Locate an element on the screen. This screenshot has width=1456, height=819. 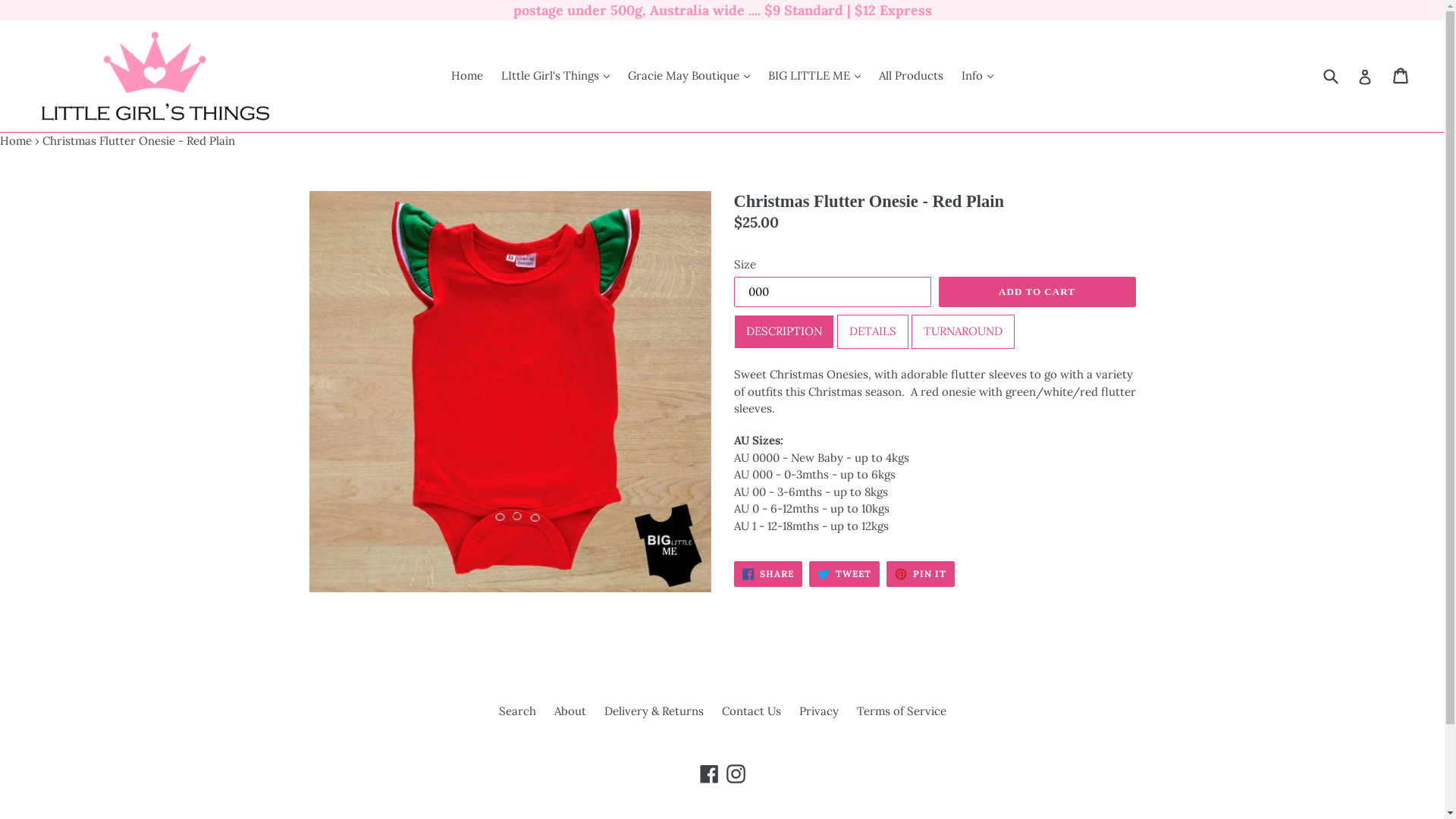
'All Products' is located at coordinates (910, 76).